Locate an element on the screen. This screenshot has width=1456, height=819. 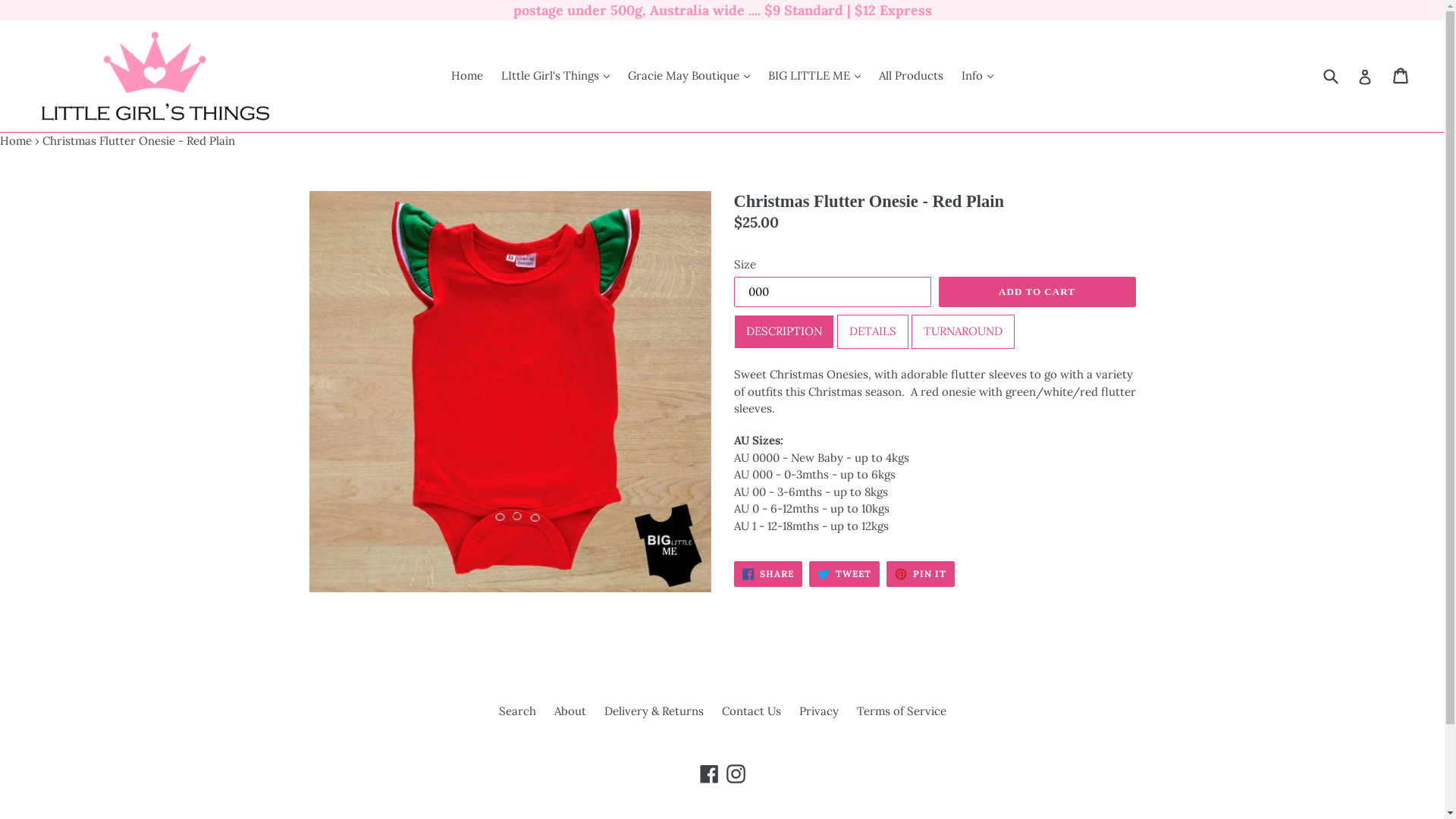
'All Products' is located at coordinates (910, 76).